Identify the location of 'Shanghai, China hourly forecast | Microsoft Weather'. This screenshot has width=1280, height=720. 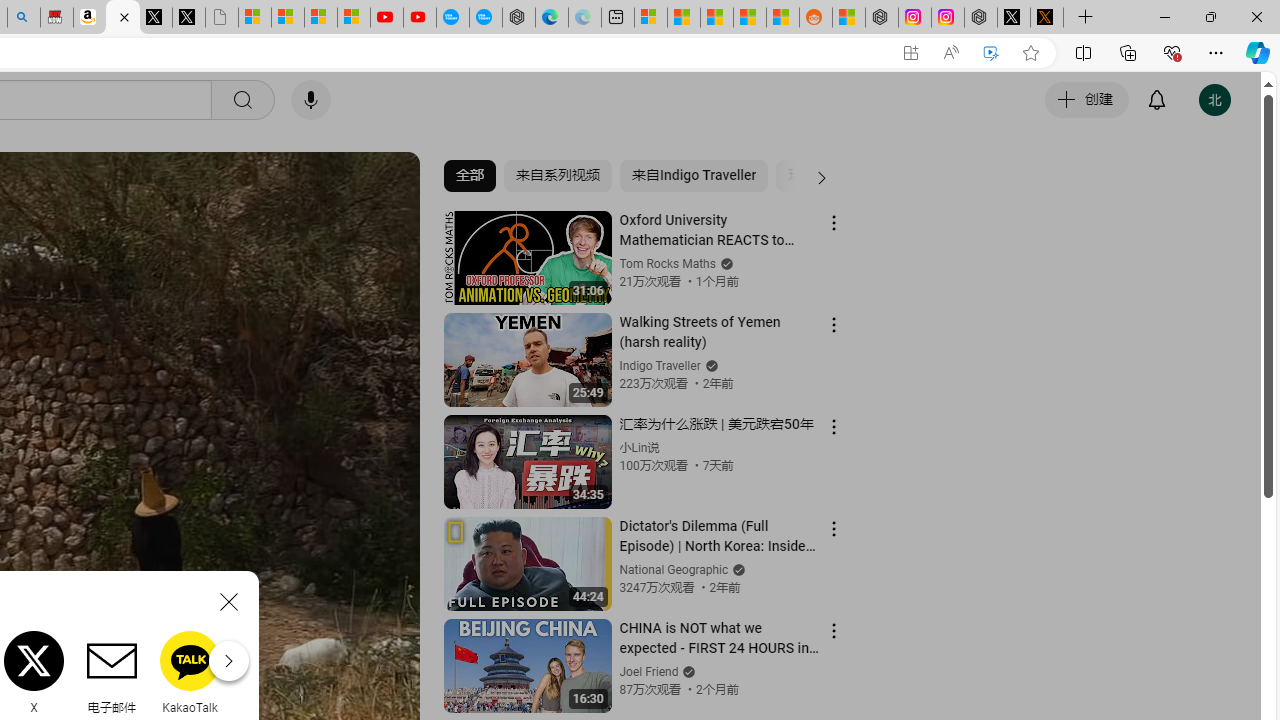
(717, 17).